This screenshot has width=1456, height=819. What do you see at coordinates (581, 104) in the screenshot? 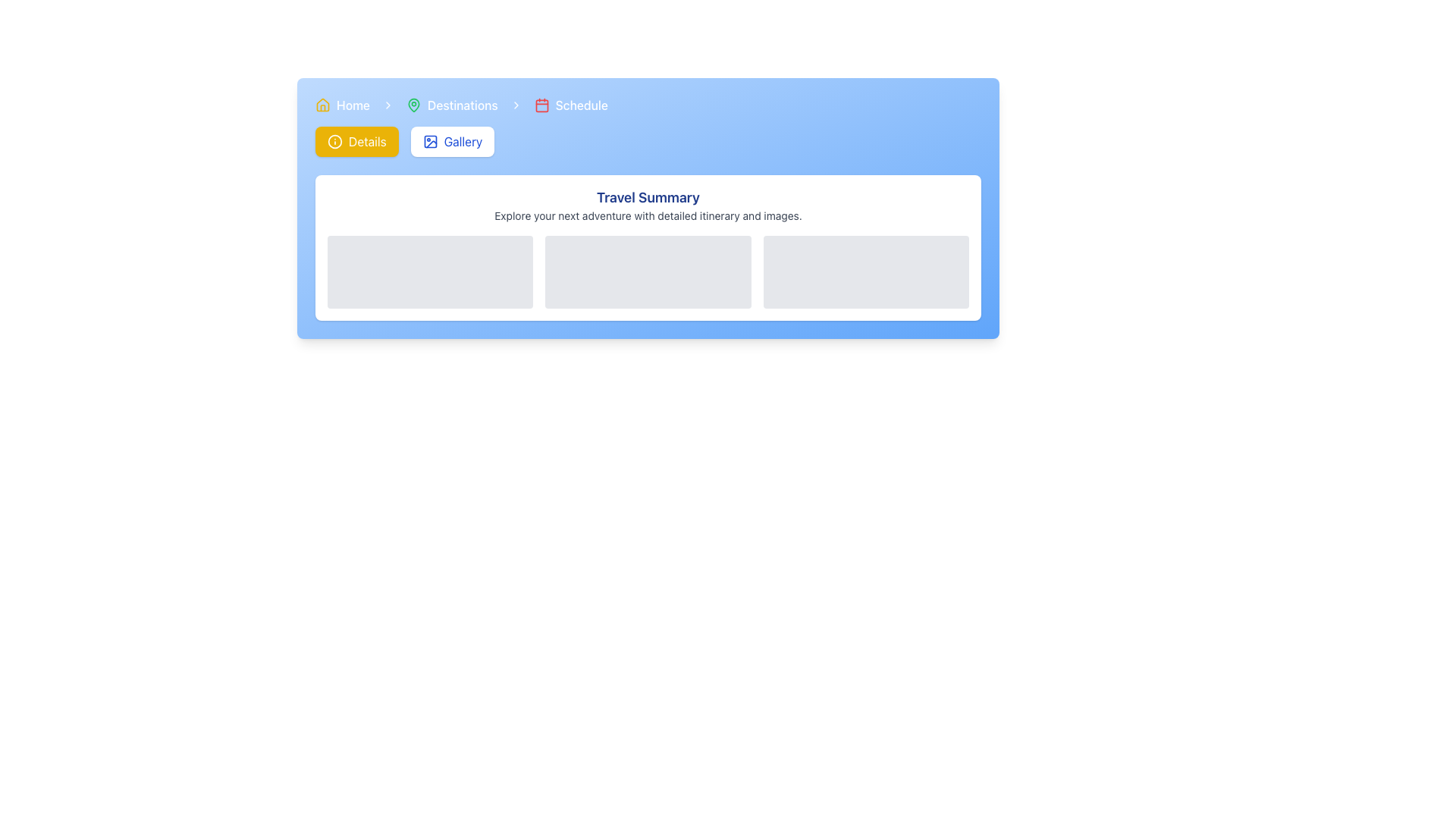
I see `the 'Schedule' text label in the breadcrumb navigation bar, which is styled with a medium font size and white color, located after a calendar icon` at bounding box center [581, 104].